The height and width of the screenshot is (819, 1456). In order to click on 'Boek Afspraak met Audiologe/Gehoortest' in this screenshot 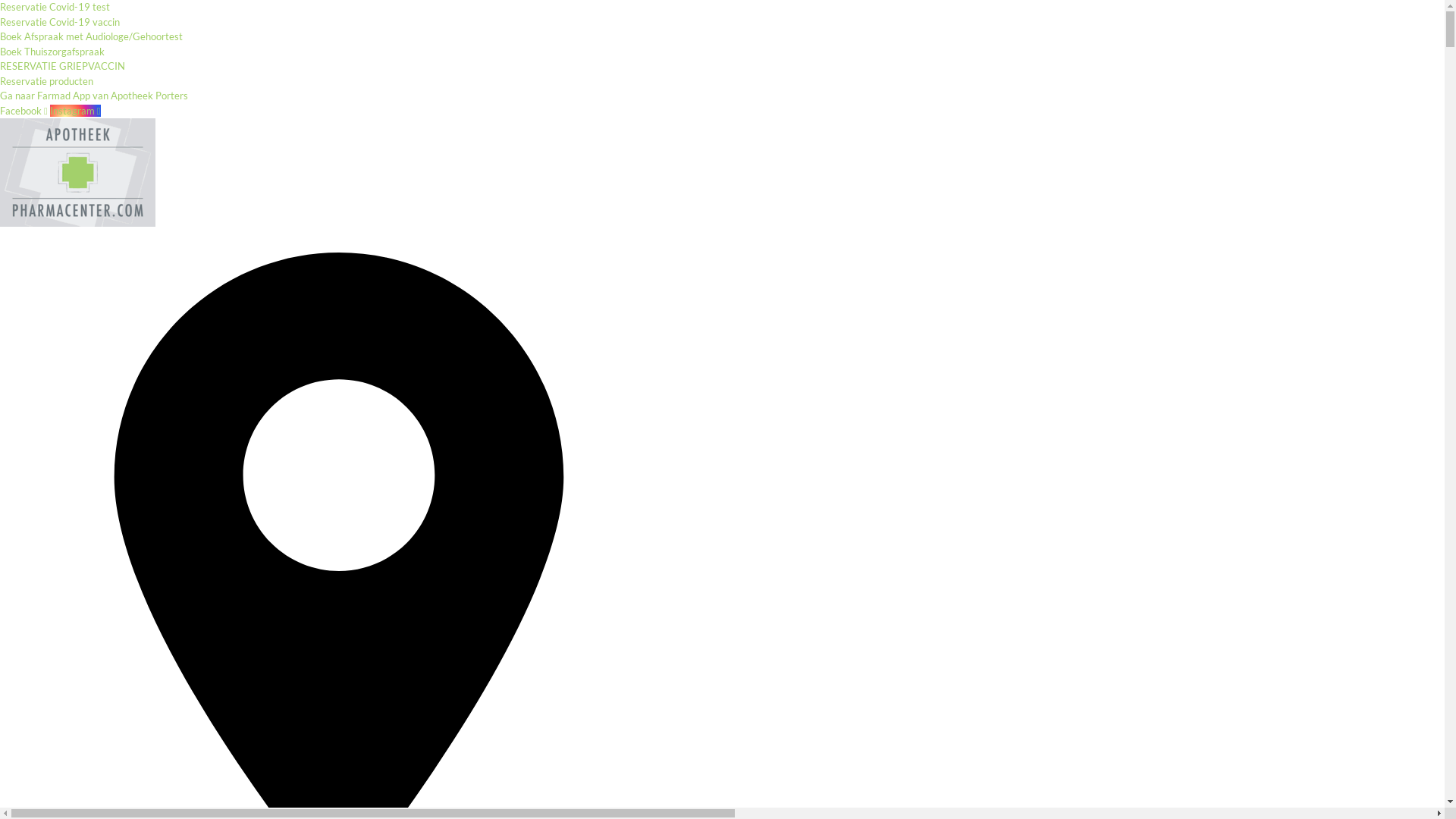, I will do `click(90, 35)`.